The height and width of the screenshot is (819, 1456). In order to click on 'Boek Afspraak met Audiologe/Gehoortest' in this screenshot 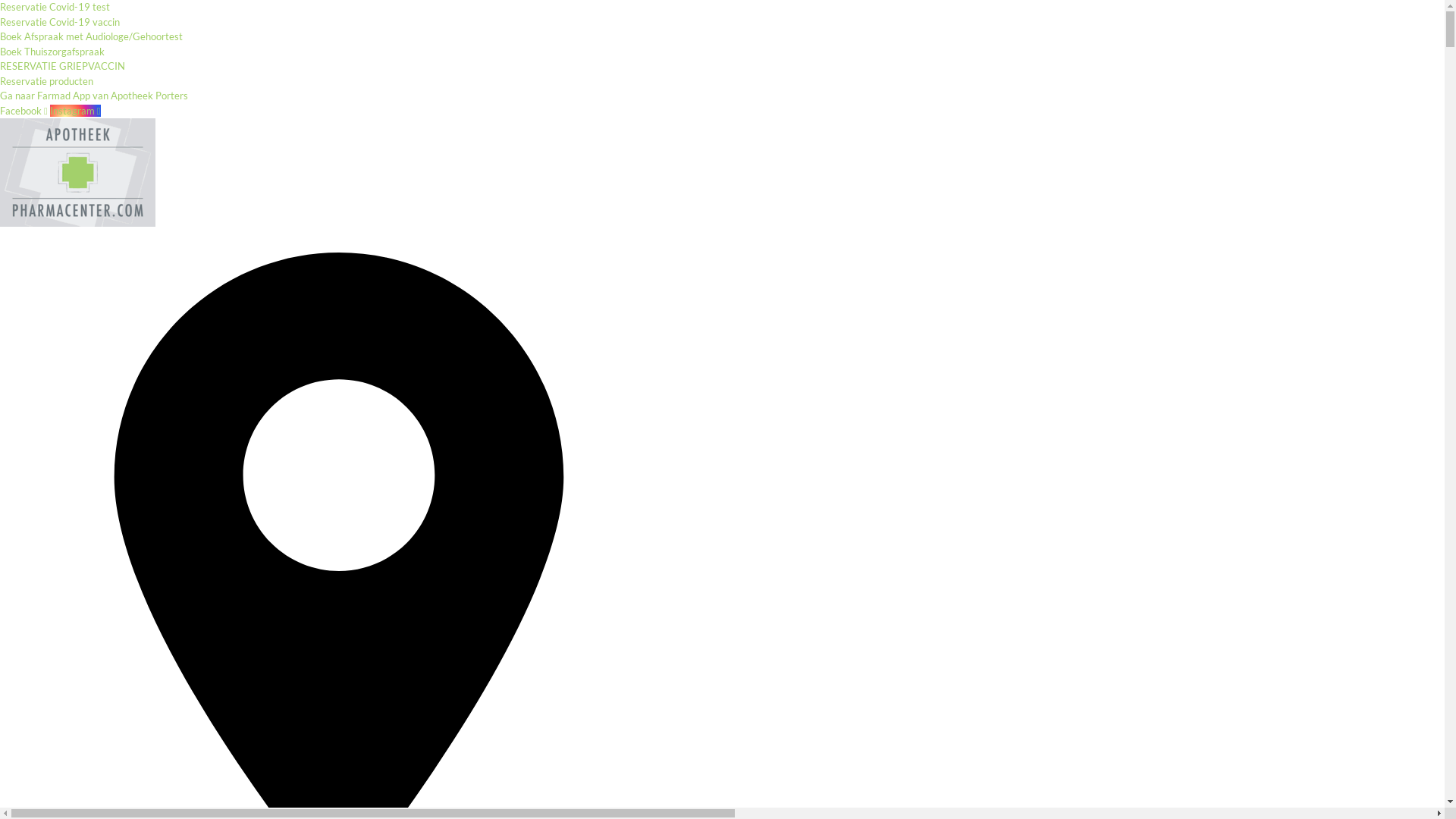, I will do `click(90, 35)`.